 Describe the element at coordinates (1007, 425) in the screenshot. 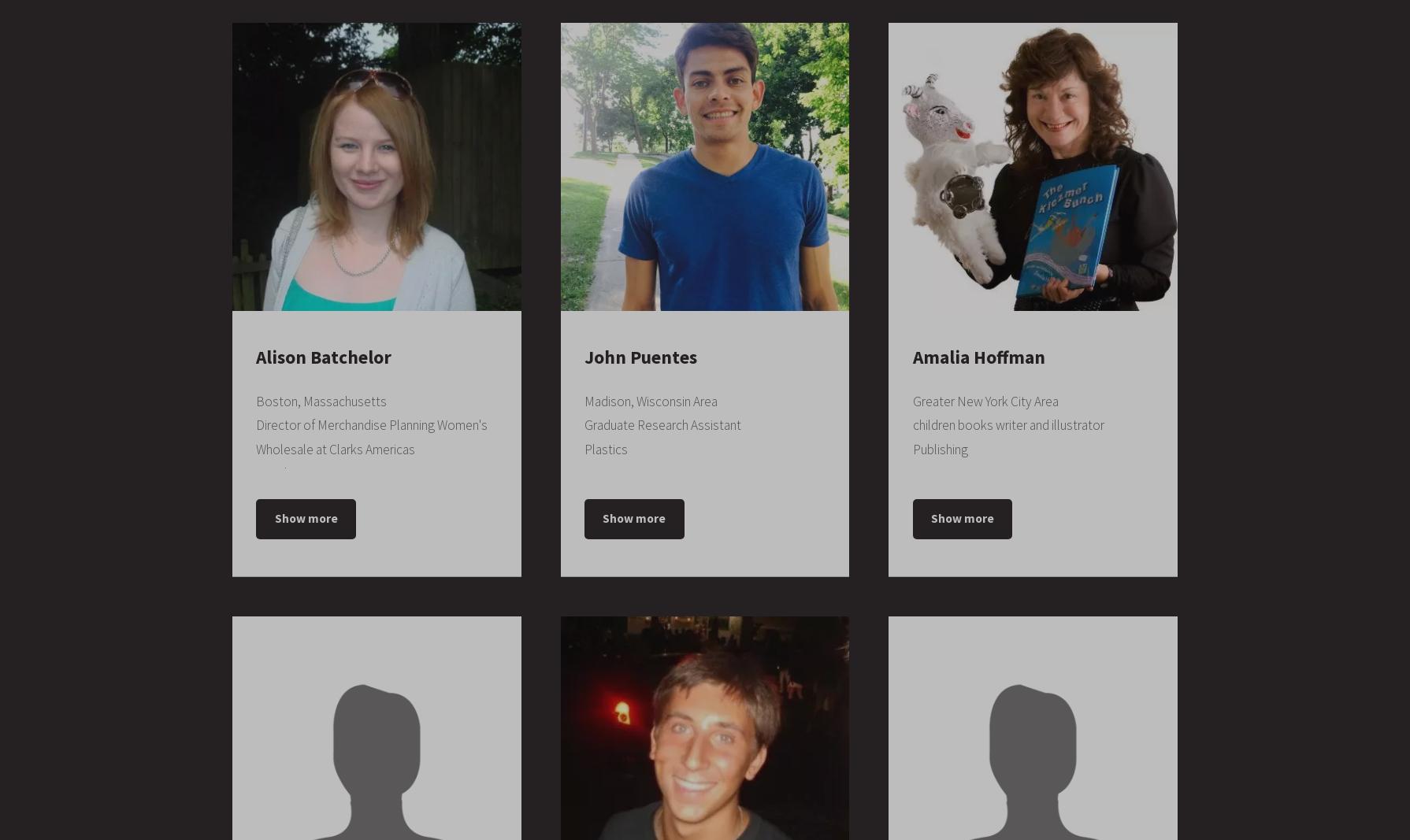

I see `'children books writer and illustrator'` at that location.